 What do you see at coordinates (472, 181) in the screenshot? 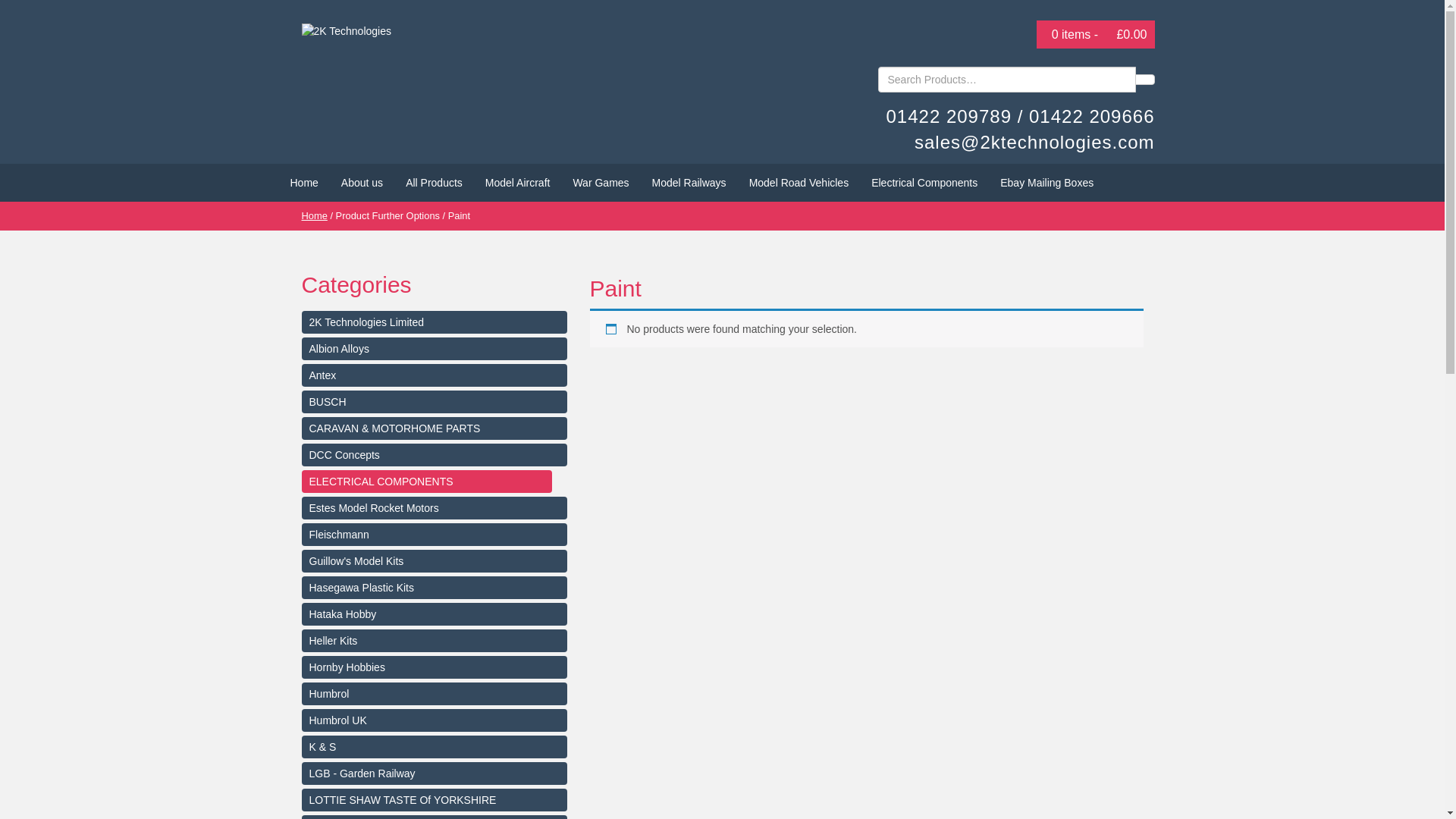
I see `'Model Aircraft'` at bounding box center [472, 181].